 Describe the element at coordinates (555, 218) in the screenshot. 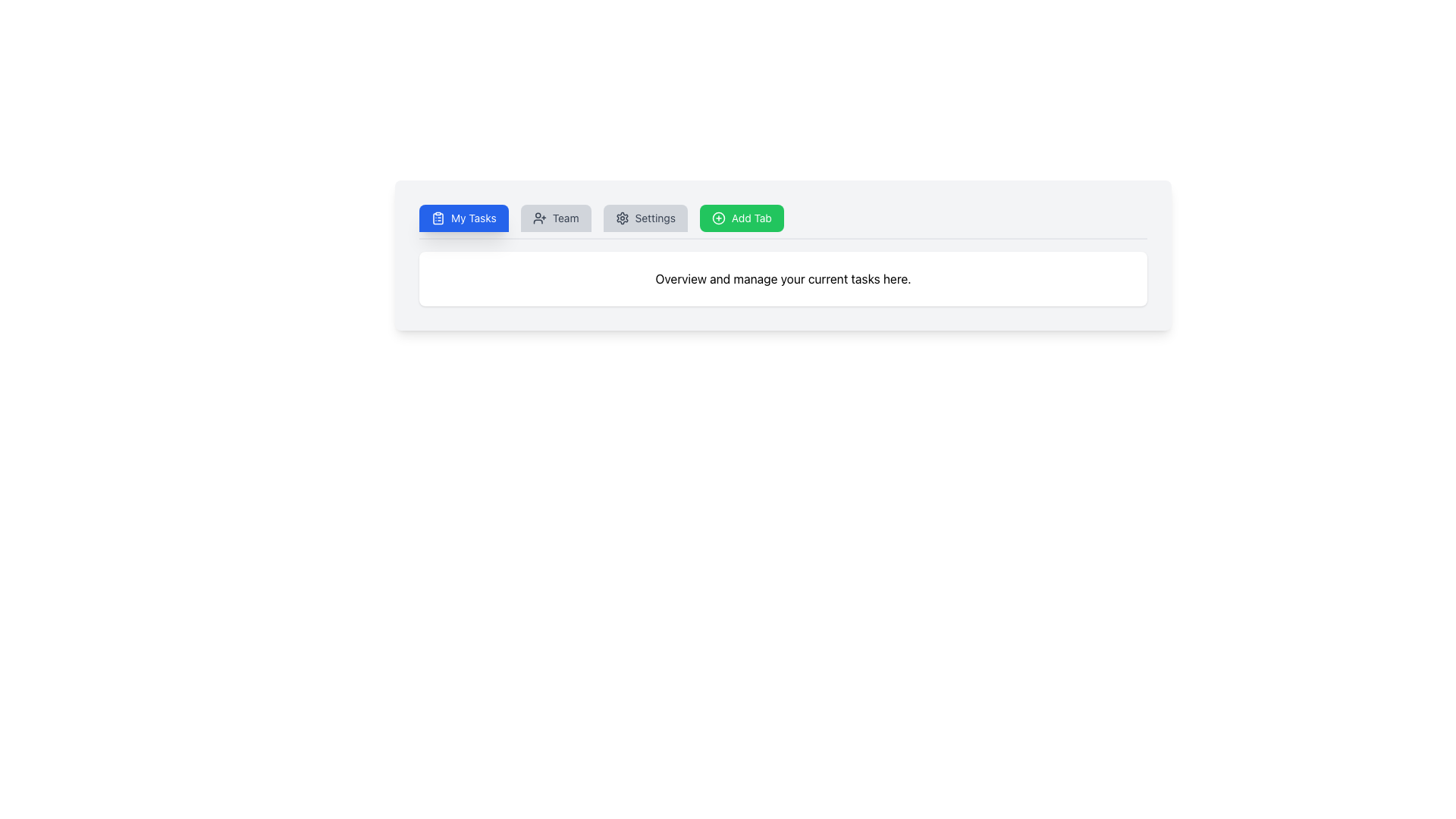

I see `the 'Team' button in the navigation bar` at that location.